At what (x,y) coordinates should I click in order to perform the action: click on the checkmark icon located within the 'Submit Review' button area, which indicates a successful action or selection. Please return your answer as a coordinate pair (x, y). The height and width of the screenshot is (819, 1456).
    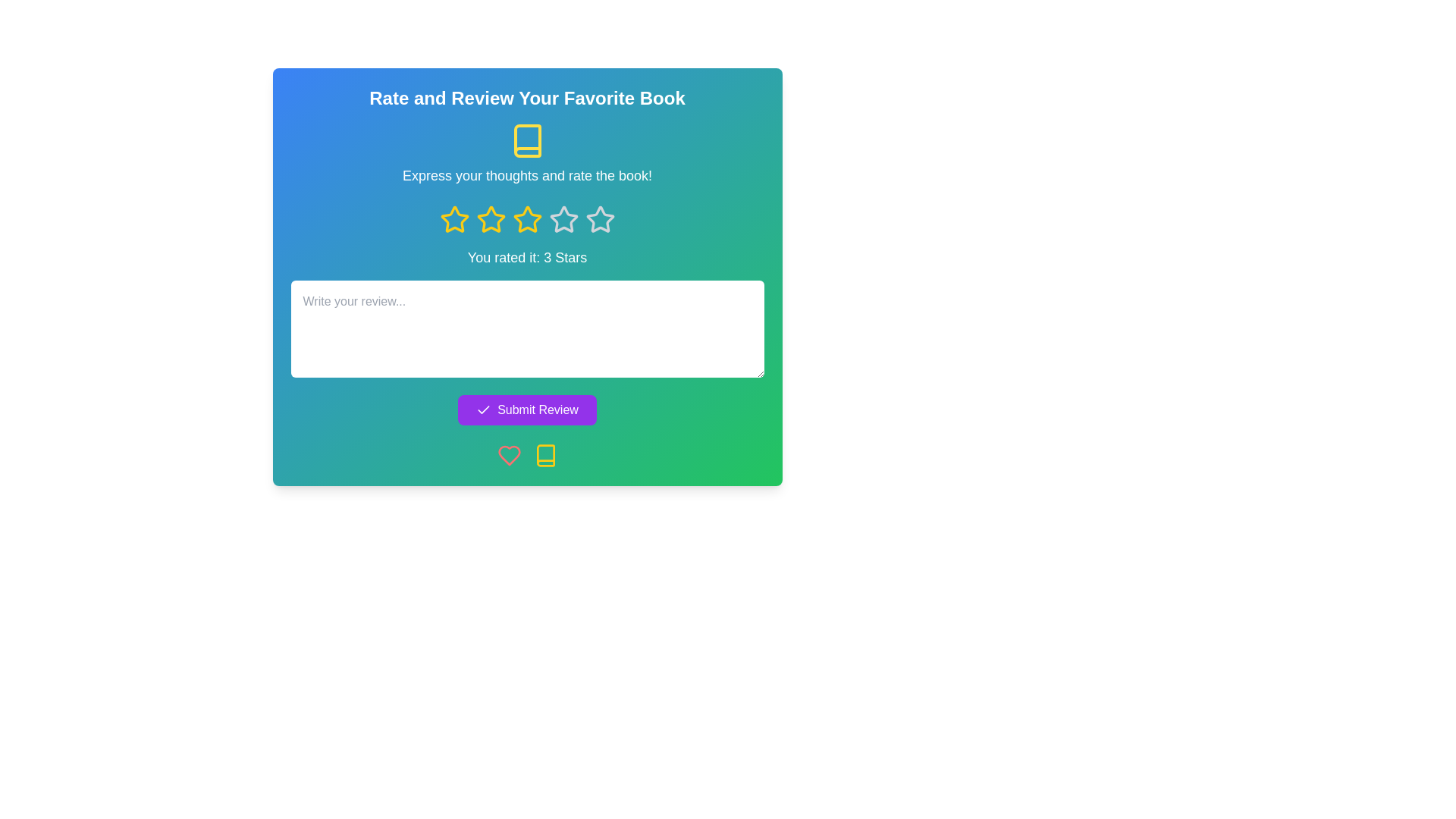
    Looking at the image, I should click on (483, 409).